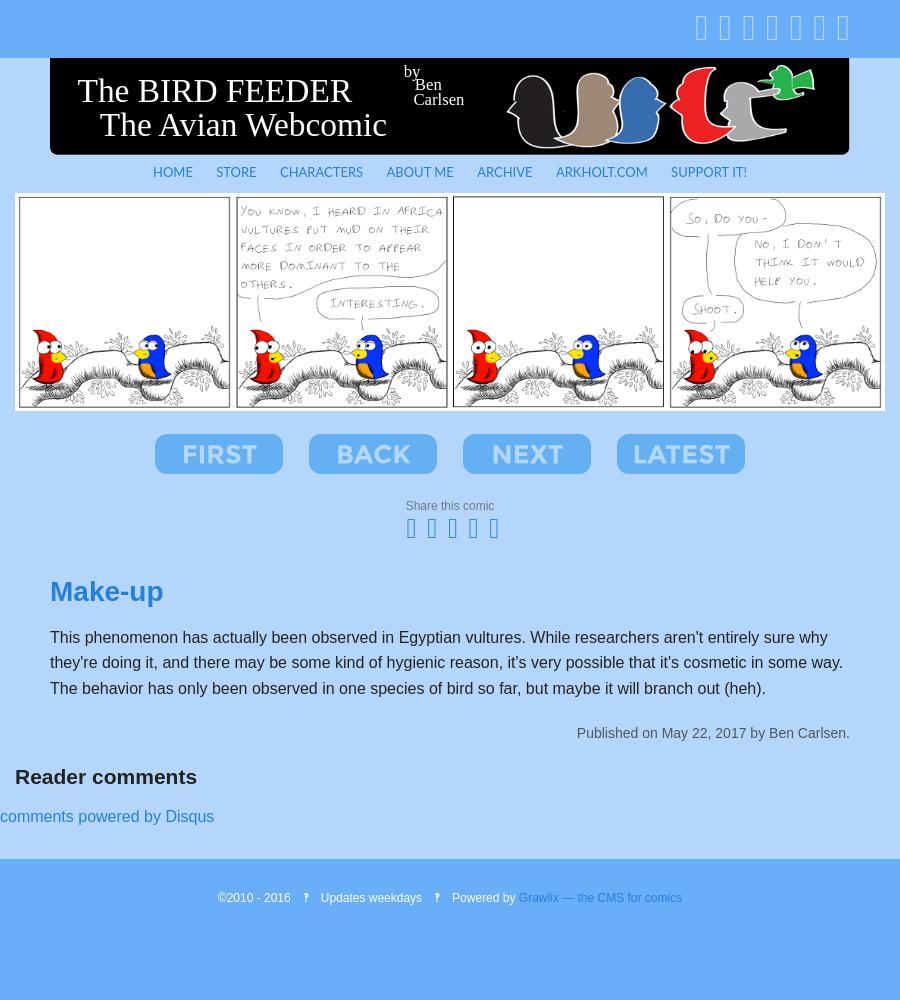  I want to click on 'This phenomenon has actually been observed in Egyptian vultures. While researchers aren't entirely sure why they're doing it, and there may be some kind of hygienic reason, it's very possible that it's cosmetic in some way. The behavior has only been observed in one species of bird so far, but maybe it will branch out (heh).', so click(49, 662).